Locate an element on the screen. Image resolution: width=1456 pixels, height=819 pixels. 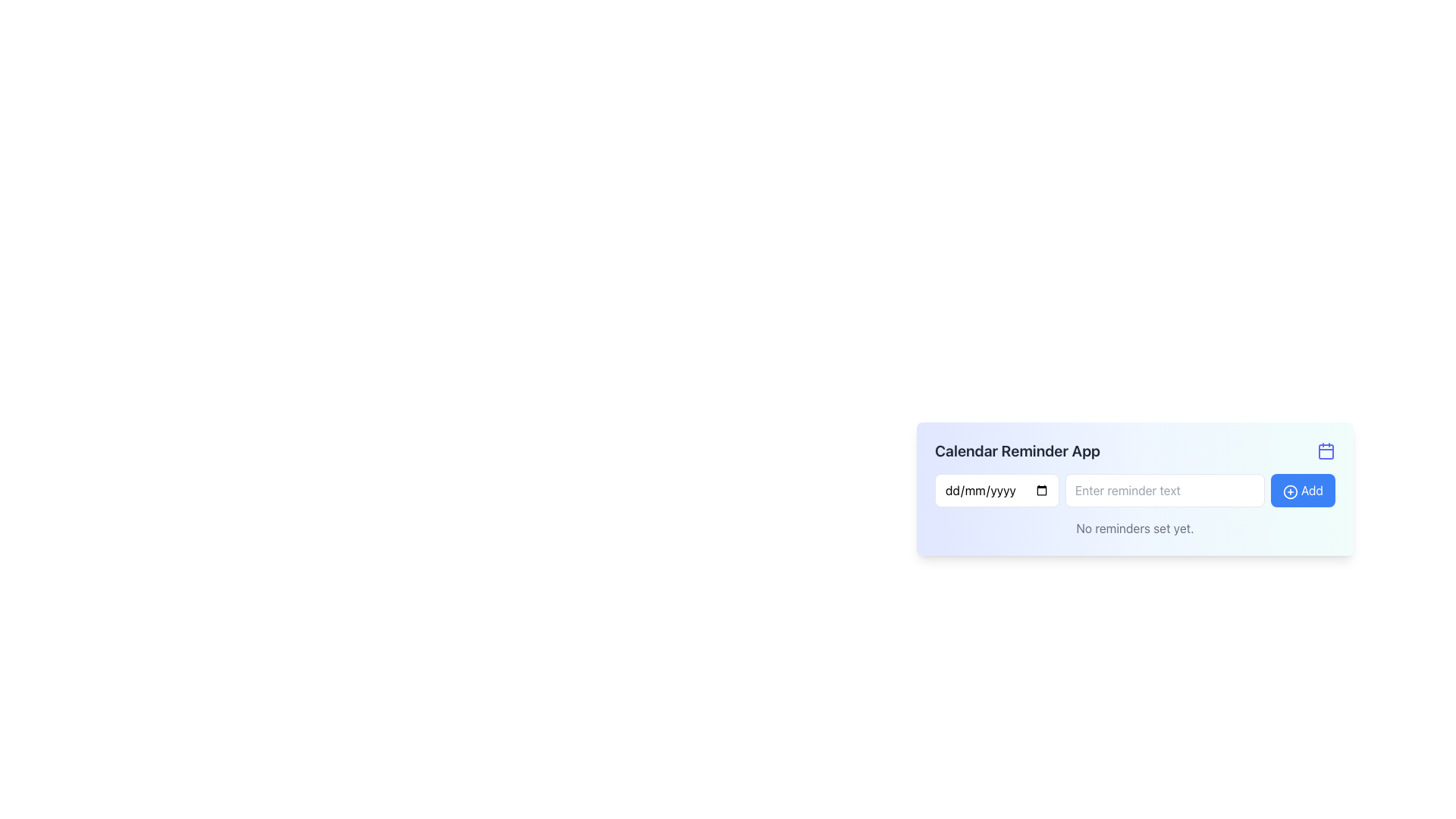
the circular blue icon with a plus sign inside it, located to the left of the 'Add' text within the blue button, to initiate an 'add' action is located at coordinates (1289, 491).